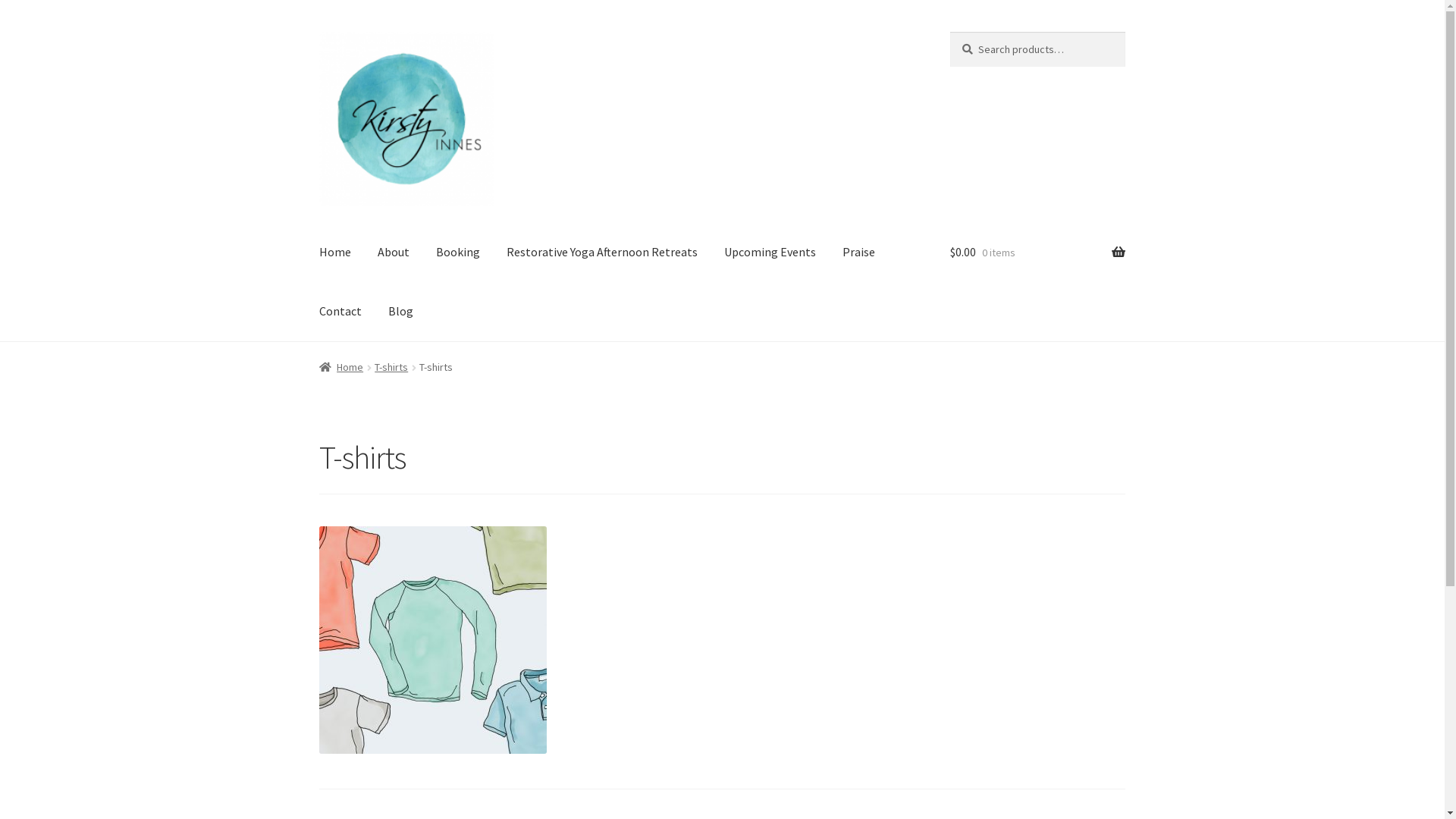  Describe the element at coordinates (340, 311) in the screenshot. I see `'Contact'` at that location.